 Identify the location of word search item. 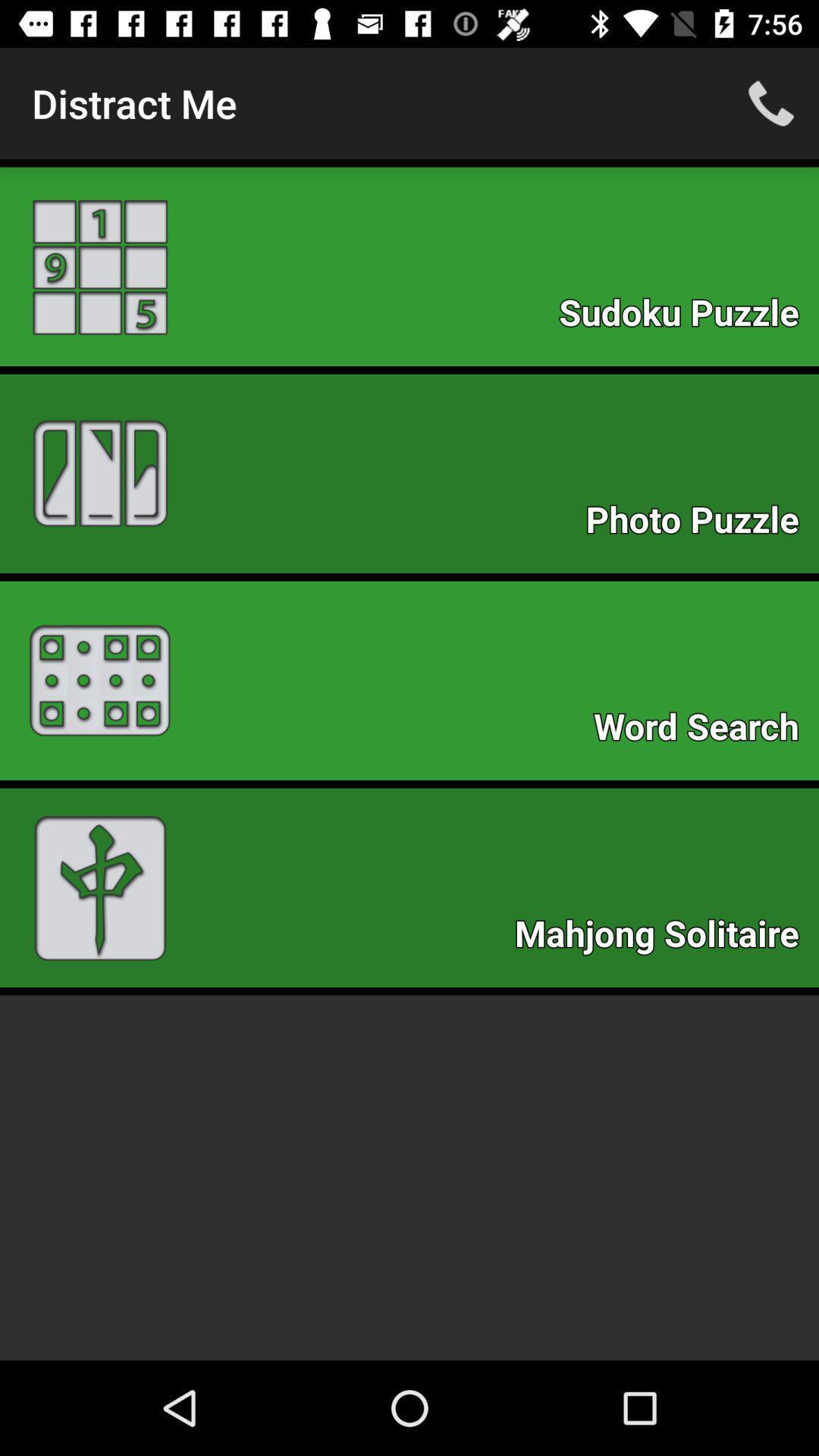
(704, 731).